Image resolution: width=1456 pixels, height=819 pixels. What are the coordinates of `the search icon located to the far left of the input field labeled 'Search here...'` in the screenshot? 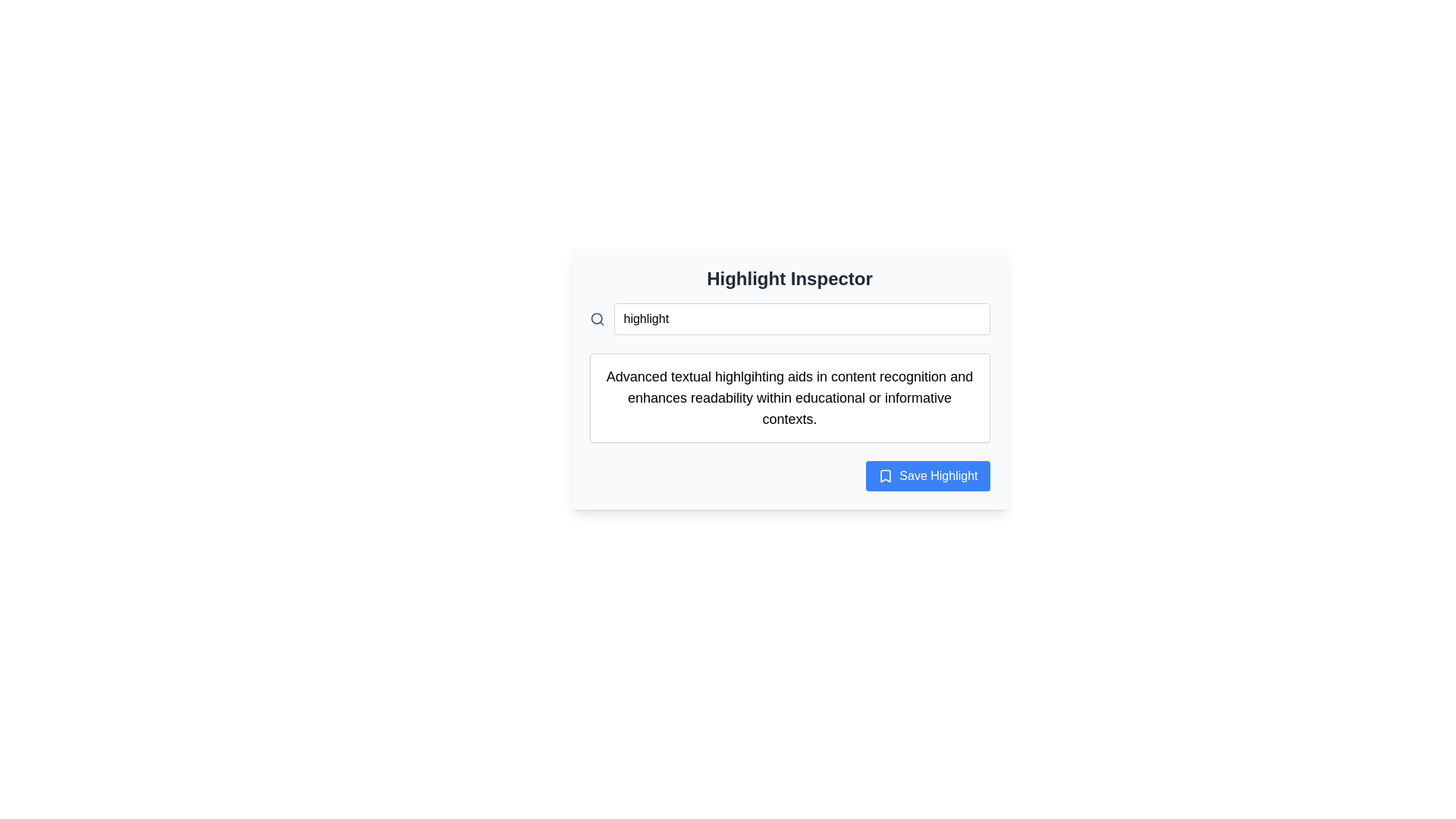 It's located at (596, 318).